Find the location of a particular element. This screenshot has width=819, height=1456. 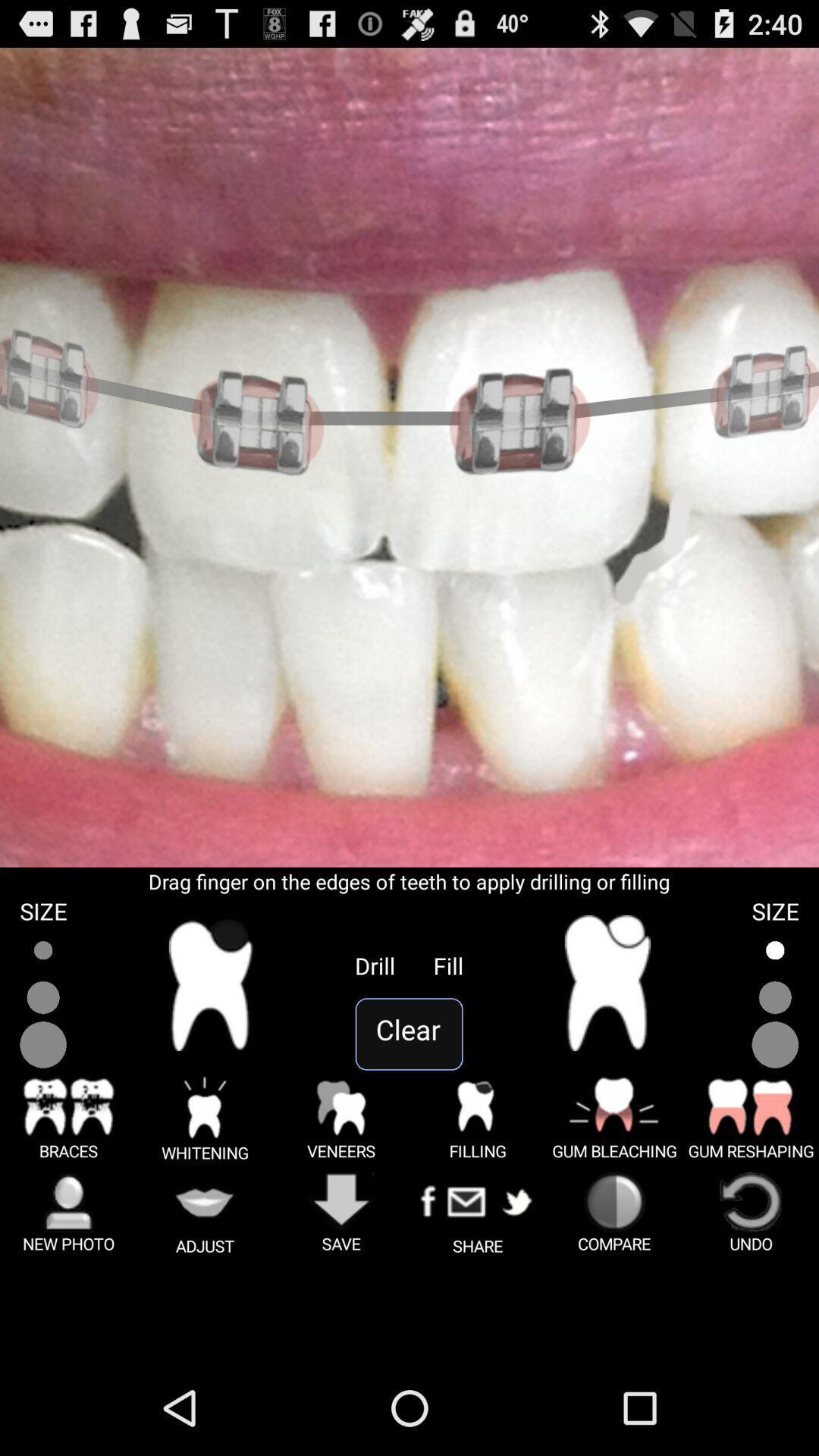

the button clear is located at coordinates (408, 1033).